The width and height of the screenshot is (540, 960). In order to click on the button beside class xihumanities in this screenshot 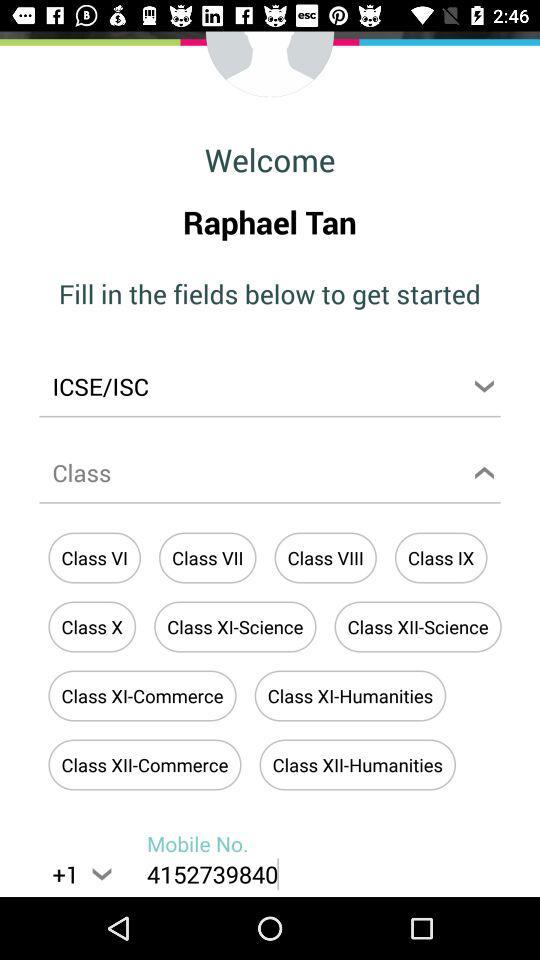, I will do `click(141, 696)`.